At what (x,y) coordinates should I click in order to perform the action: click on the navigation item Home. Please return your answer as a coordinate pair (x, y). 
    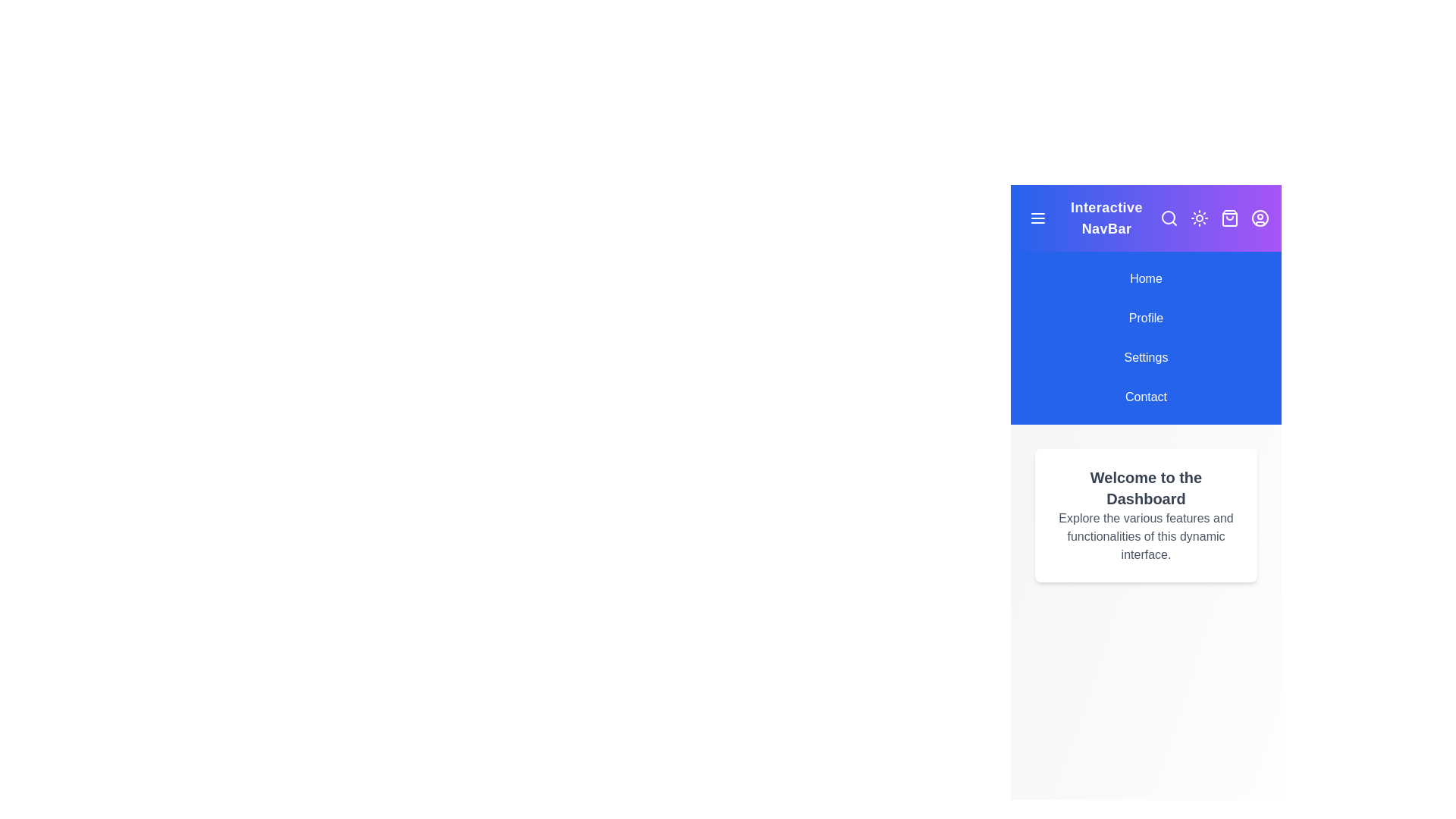
    Looking at the image, I should click on (1146, 278).